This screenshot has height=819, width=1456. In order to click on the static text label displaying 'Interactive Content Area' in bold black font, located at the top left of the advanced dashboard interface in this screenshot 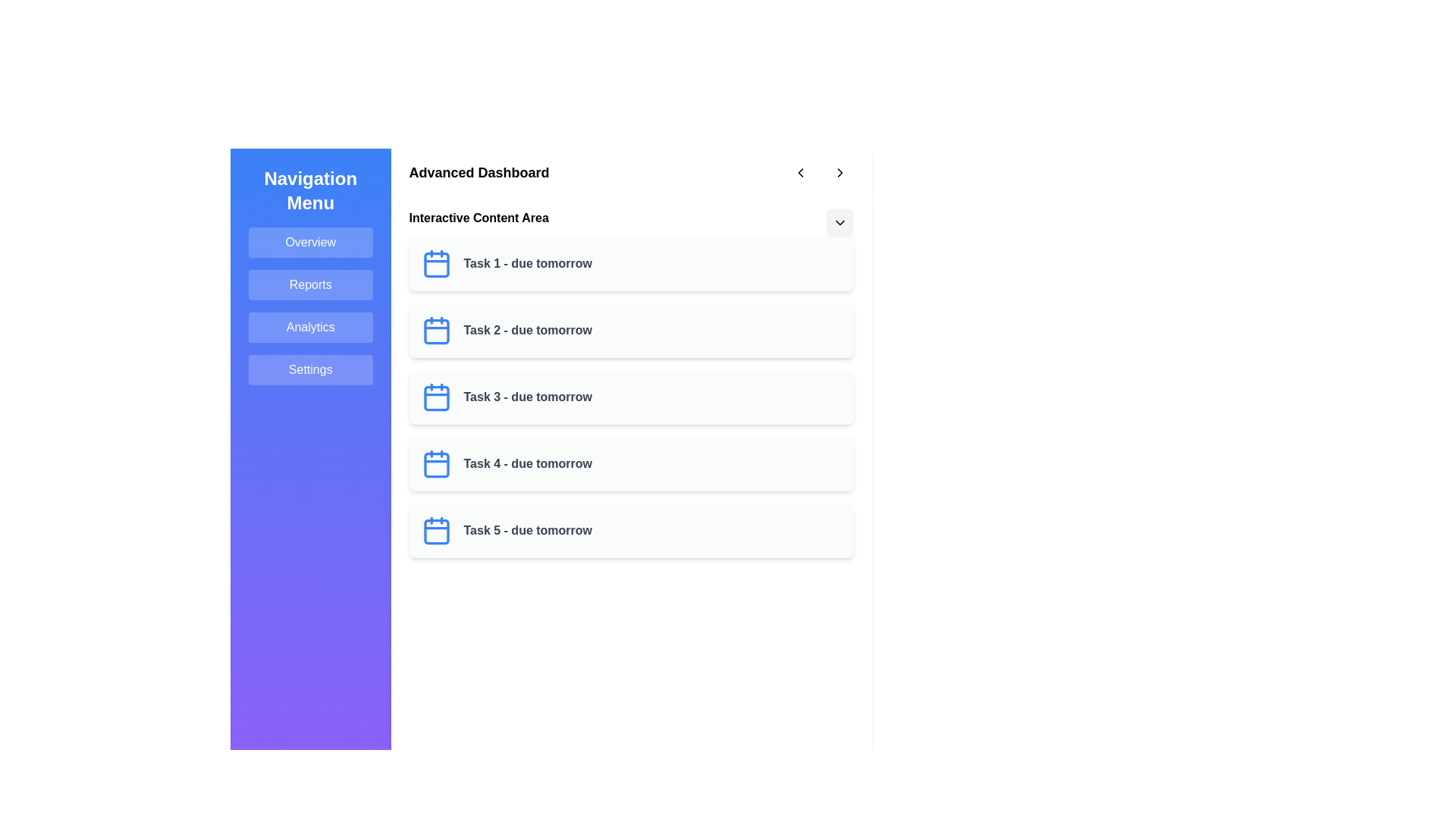, I will do `click(478, 219)`.